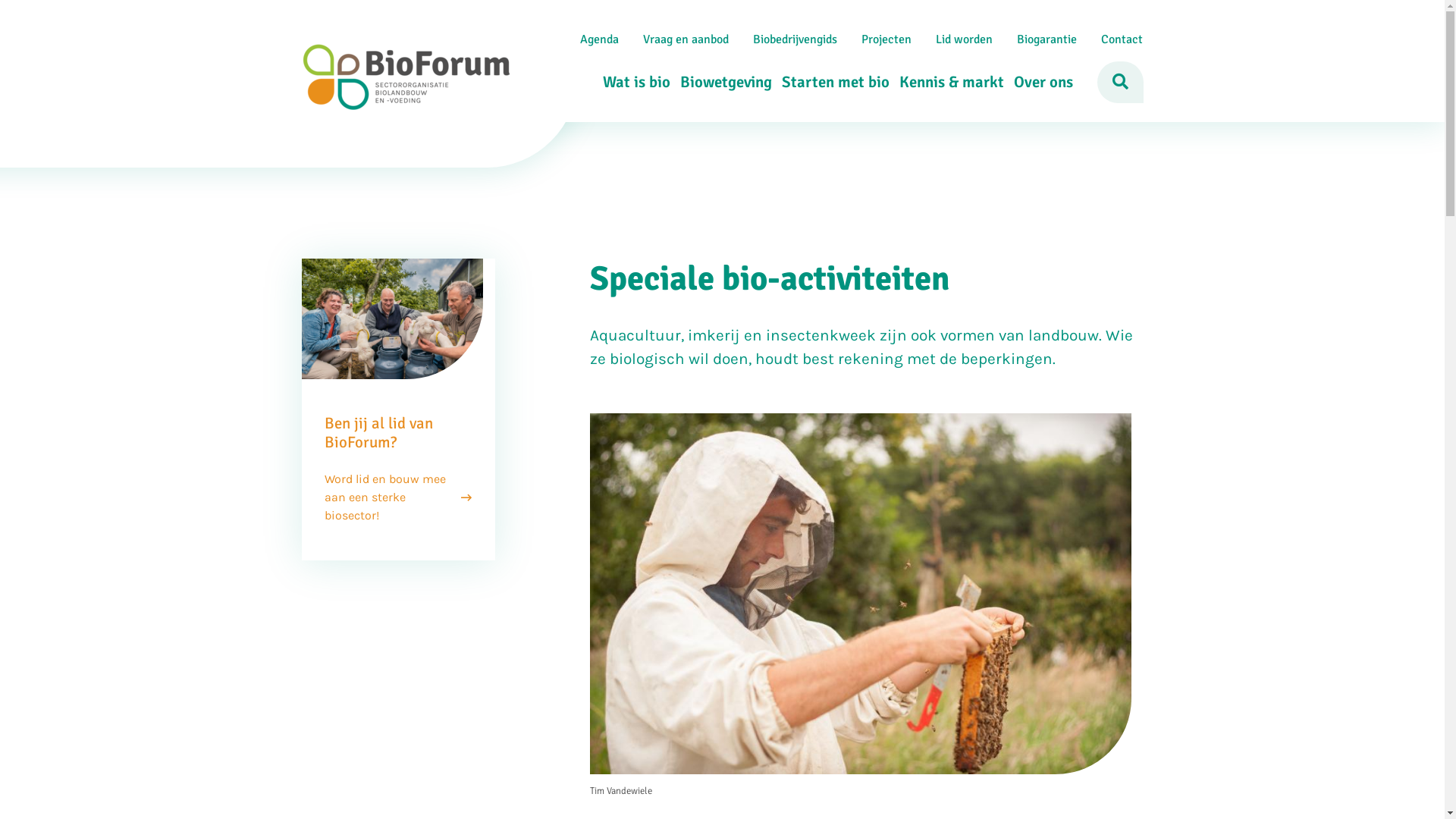 This screenshot has height=819, width=1456. Describe the element at coordinates (406, 76) in the screenshot. I see `'bioforum_logo'` at that location.